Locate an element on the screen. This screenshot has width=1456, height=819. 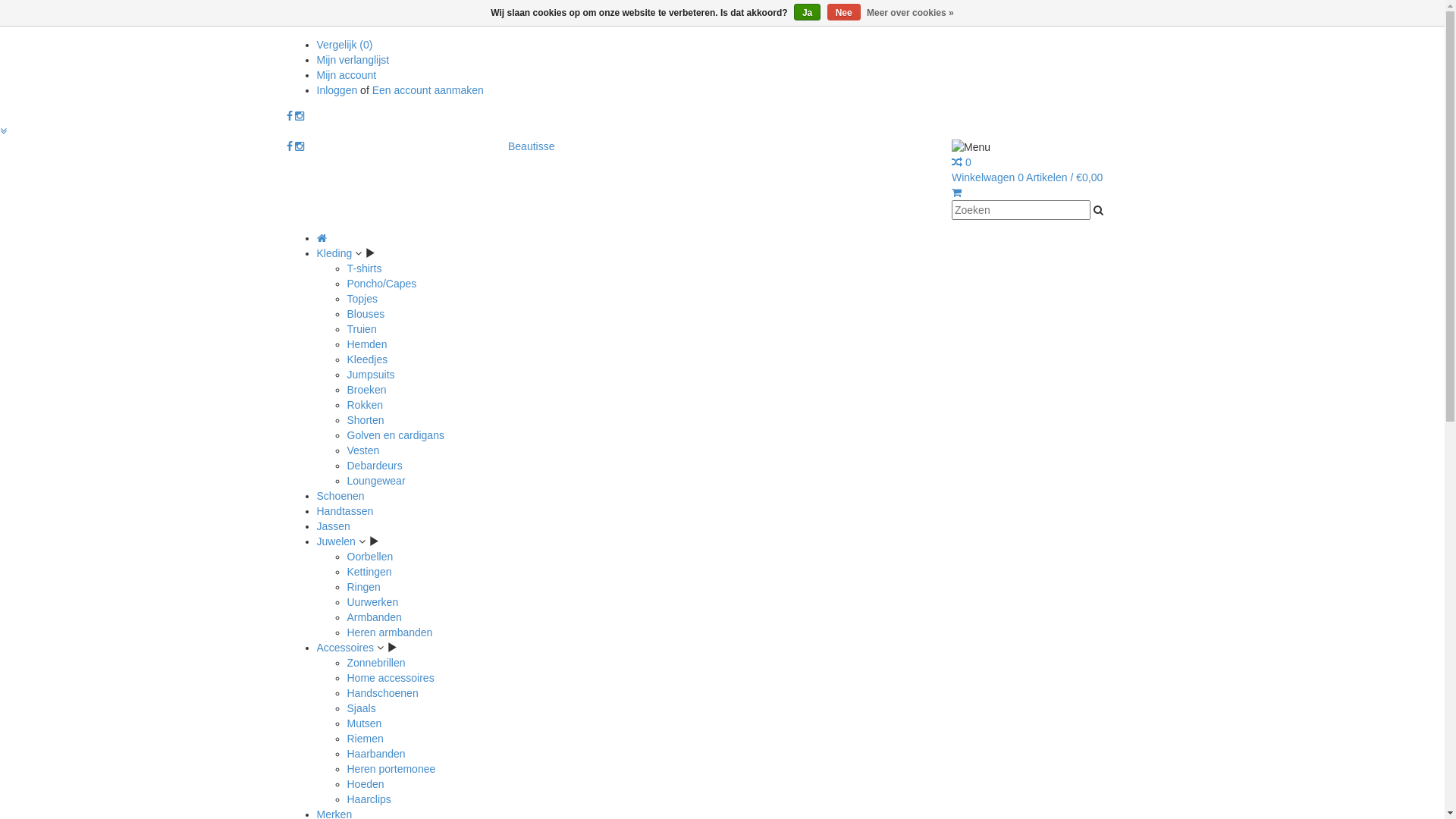
'Juwelen' is located at coordinates (335, 540).